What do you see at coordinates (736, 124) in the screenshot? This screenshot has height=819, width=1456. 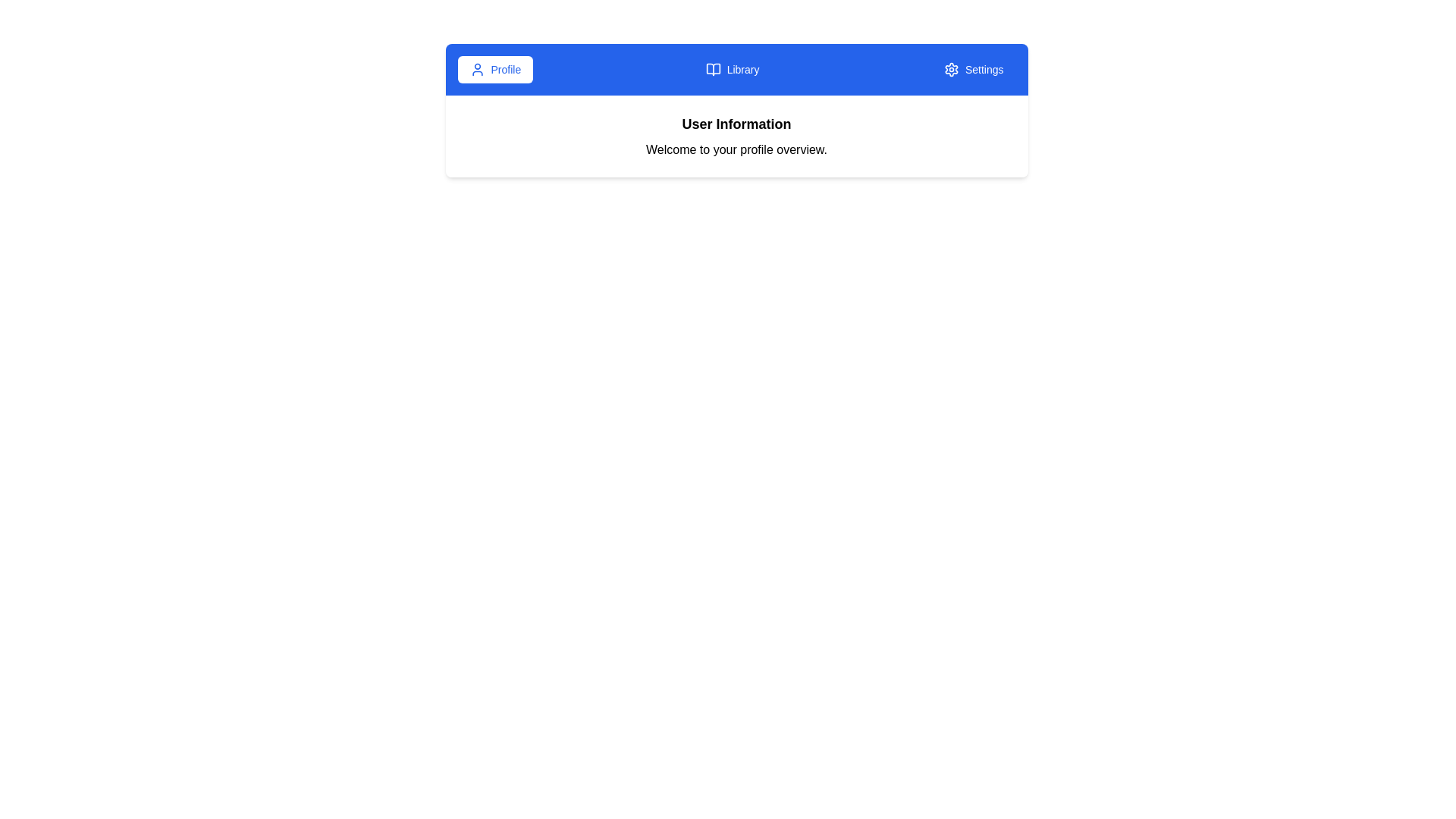 I see `the header text label that introduces the section content, positioned centrally above the 'Welcome to your profile overview' text` at bounding box center [736, 124].